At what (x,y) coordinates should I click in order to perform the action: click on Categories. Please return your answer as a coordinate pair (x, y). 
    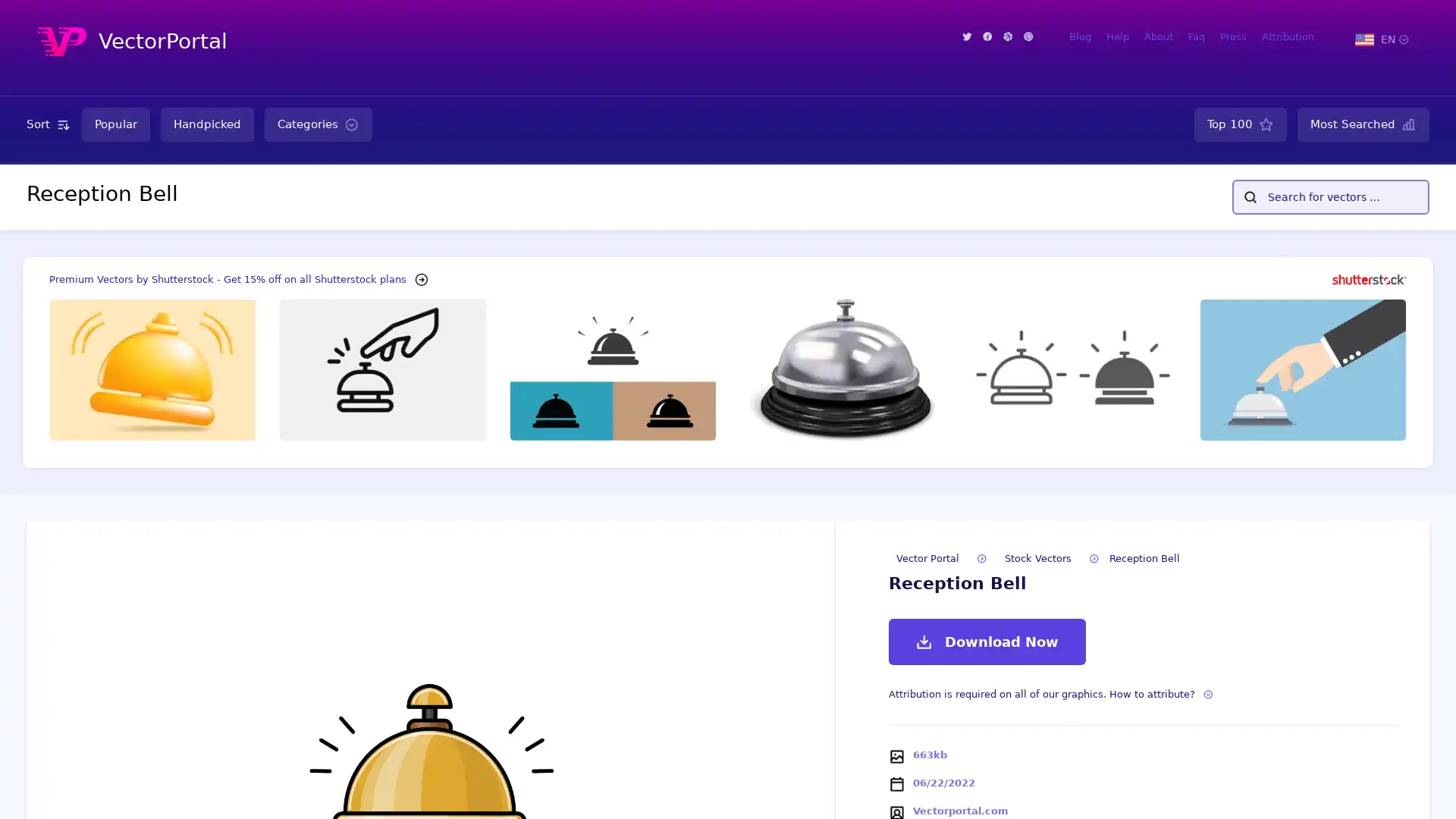
    Looking at the image, I should click on (318, 124).